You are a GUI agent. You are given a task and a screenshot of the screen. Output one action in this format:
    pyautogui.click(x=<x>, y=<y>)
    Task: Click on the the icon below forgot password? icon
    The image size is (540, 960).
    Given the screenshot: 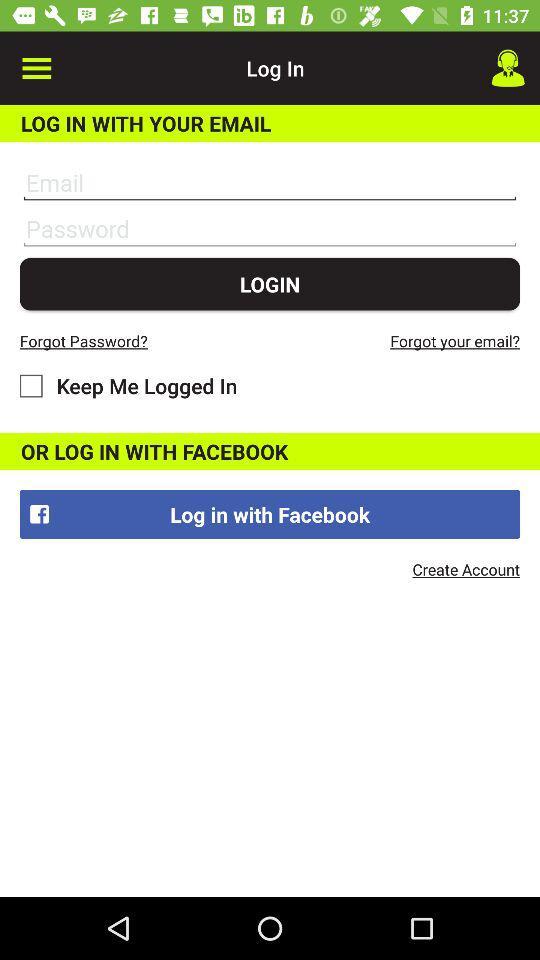 What is the action you would take?
    pyautogui.click(x=128, y=384)
    